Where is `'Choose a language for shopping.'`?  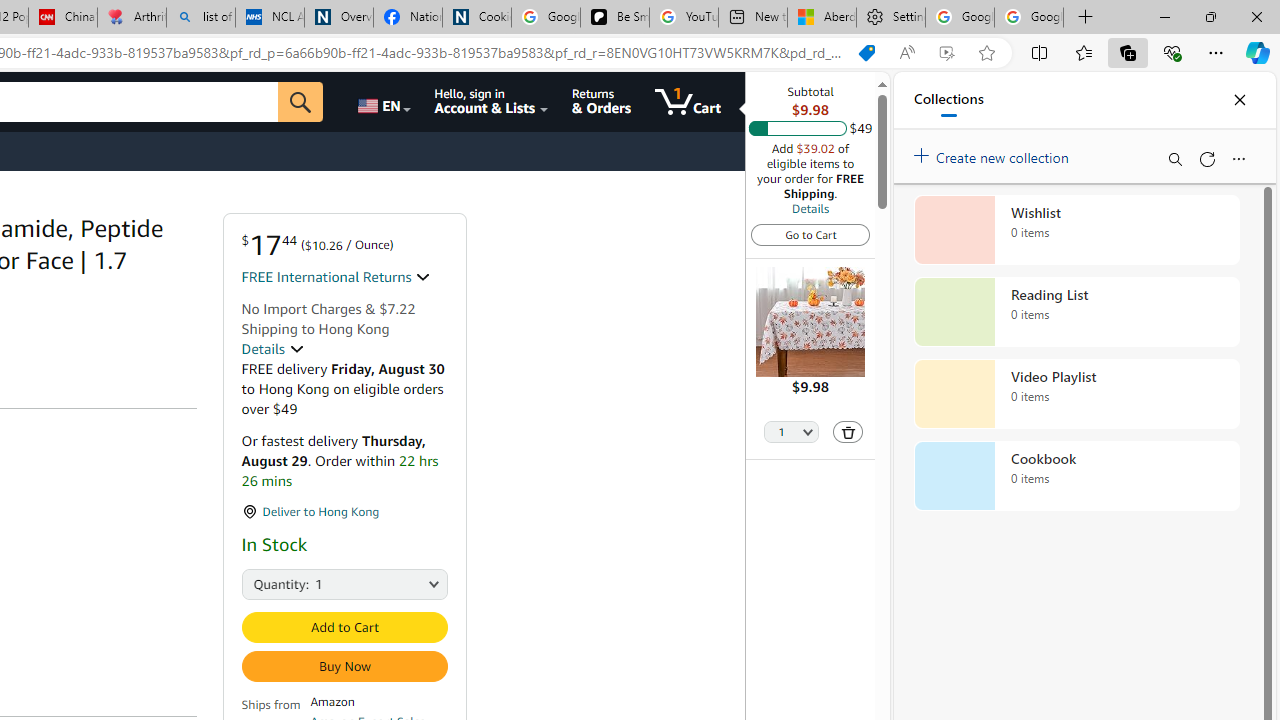 'Choose a language for shopping.' is located at coordinates (382, 101).